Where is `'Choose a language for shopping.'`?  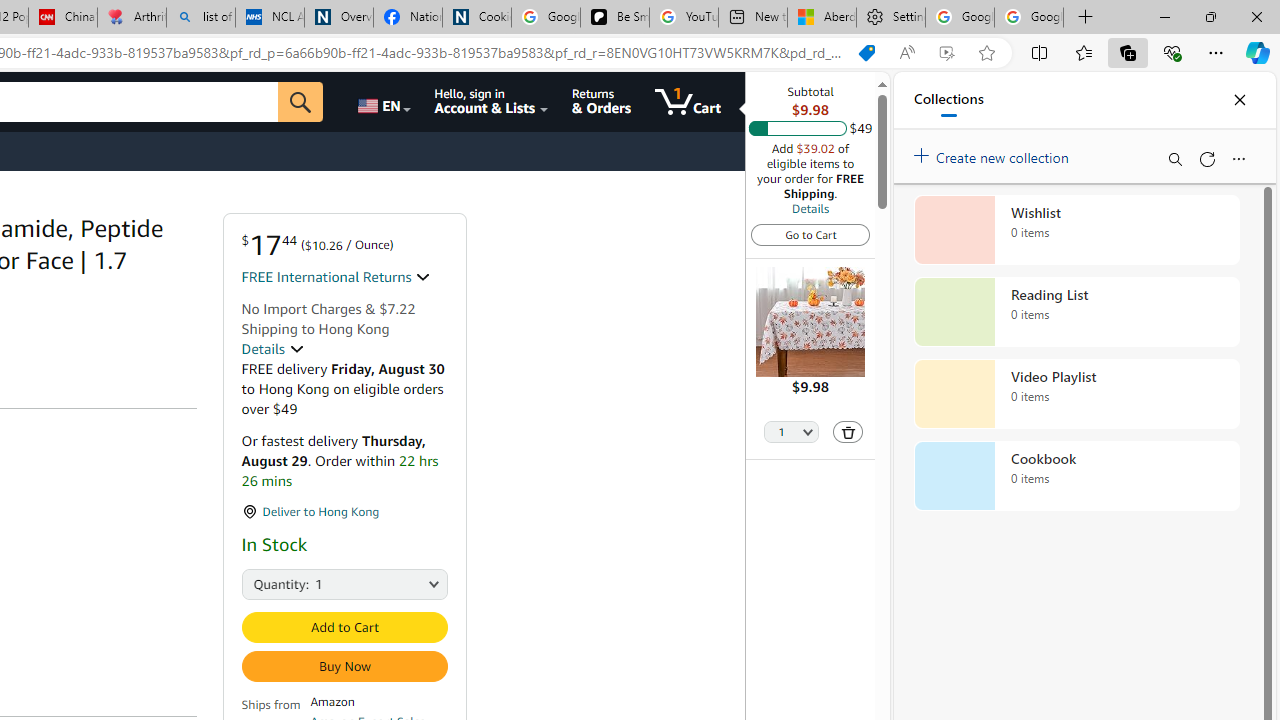 'Choose a language for shopping.' is located at coordinates (382, 101).